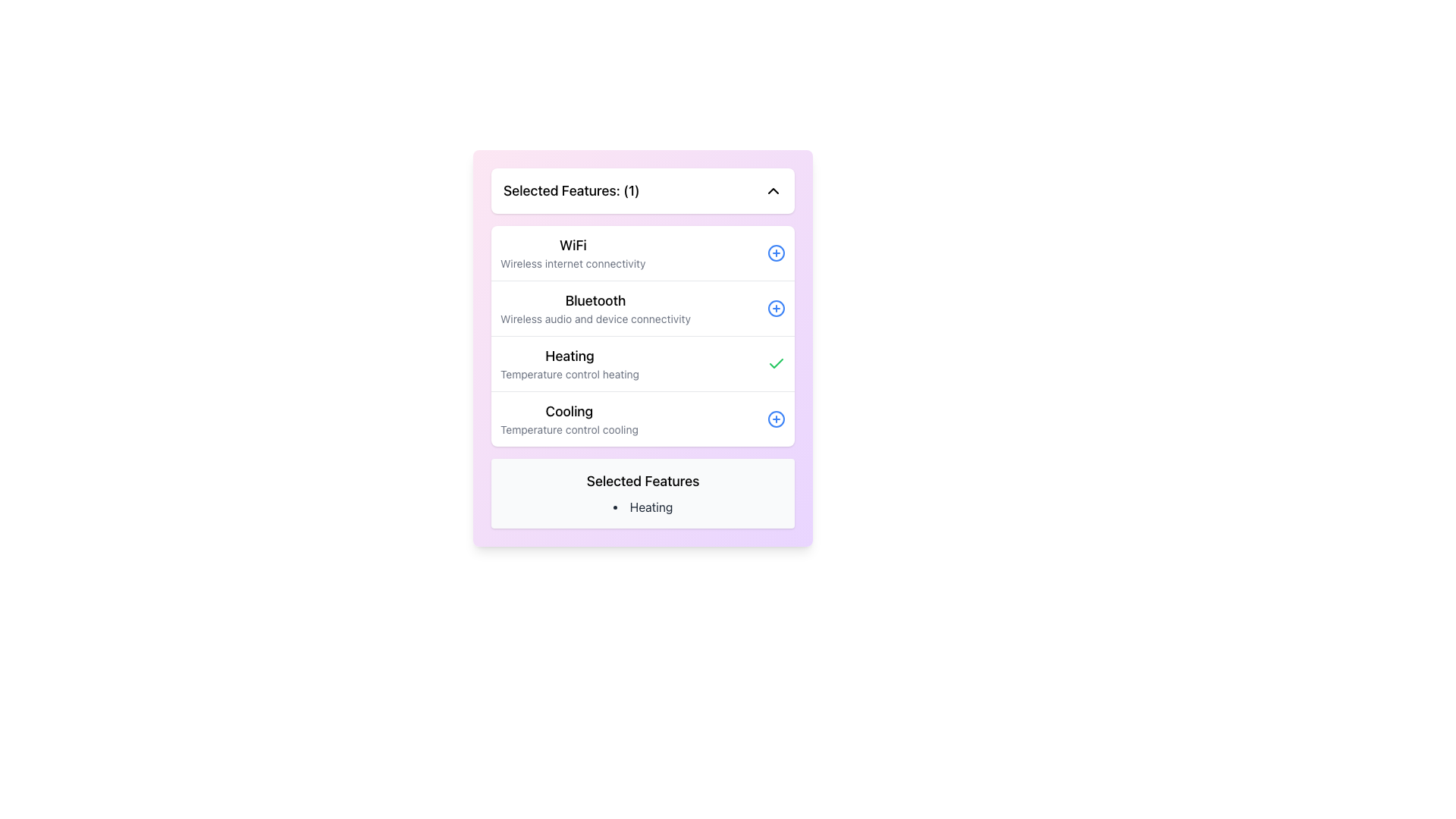 This screenshot has height=819, width=1456. What do you see at coordinates (568, 430) in the screenshot?
I see `the Text Label that provides additional details about the 'Cooling' feature, located beneath the 'Cooling' heading` at bounding box center [568, 430].